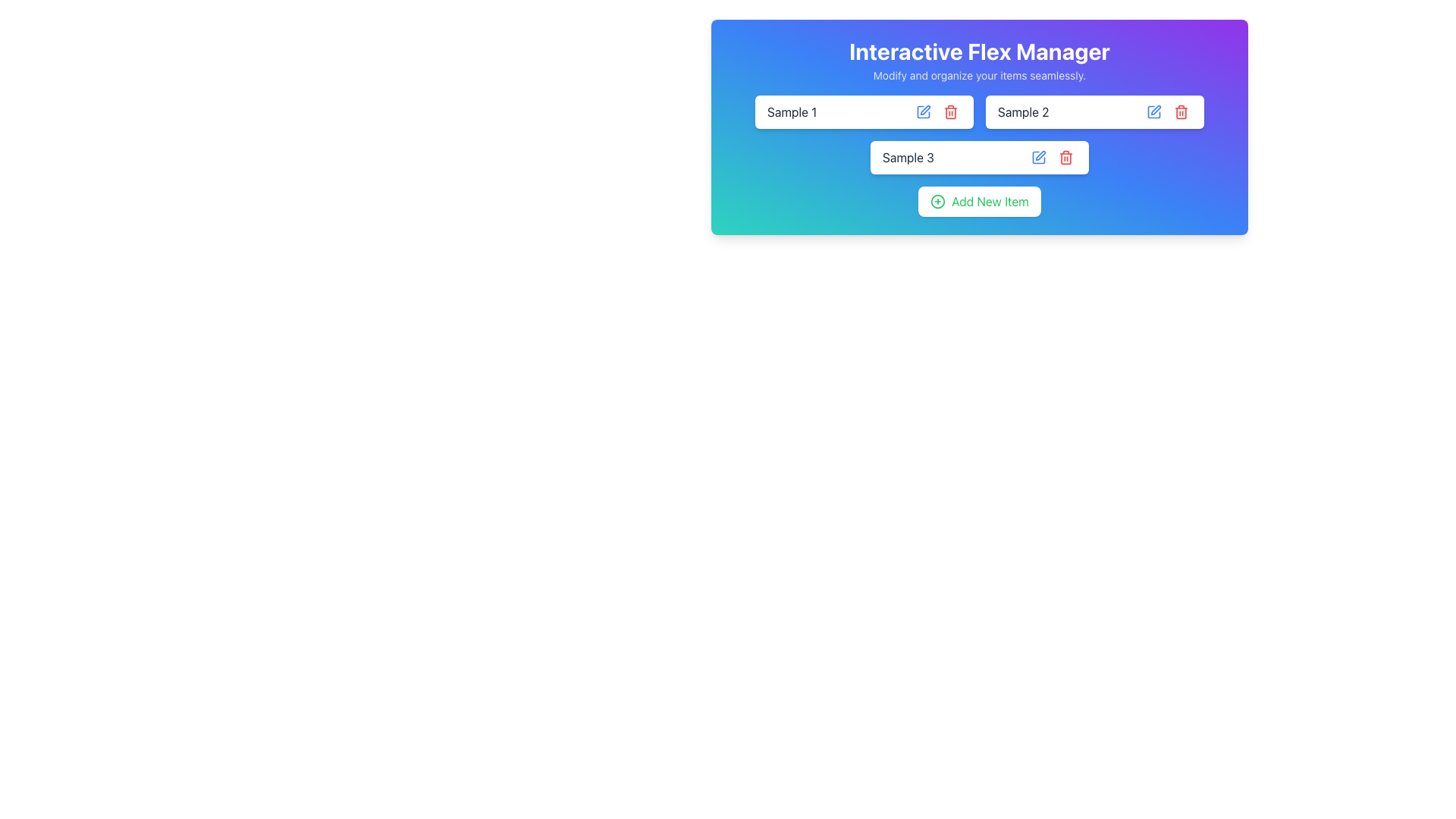 This screenshot has width=1456, height=819. Describe the element at coordinates (979, 60) in the screenshot. I see `the Header text block titled 'Interactive Flex Manager' with a subtitle stating 'Modify and organize your items seamlessly.'` at that location.